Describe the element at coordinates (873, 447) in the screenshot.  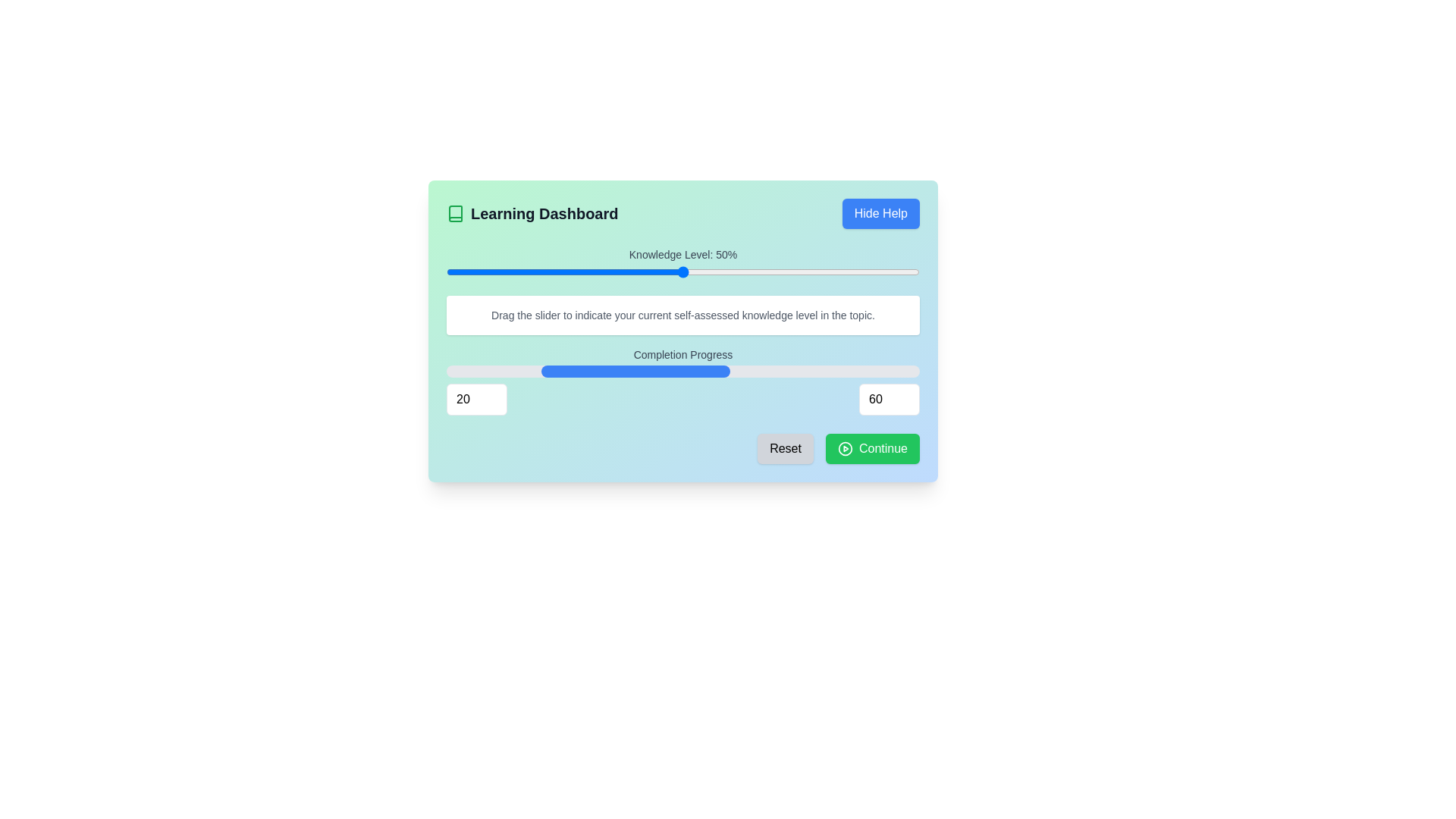
I see `the green 'Continue' button with rounded corners and a play icon to proceed` at that location.